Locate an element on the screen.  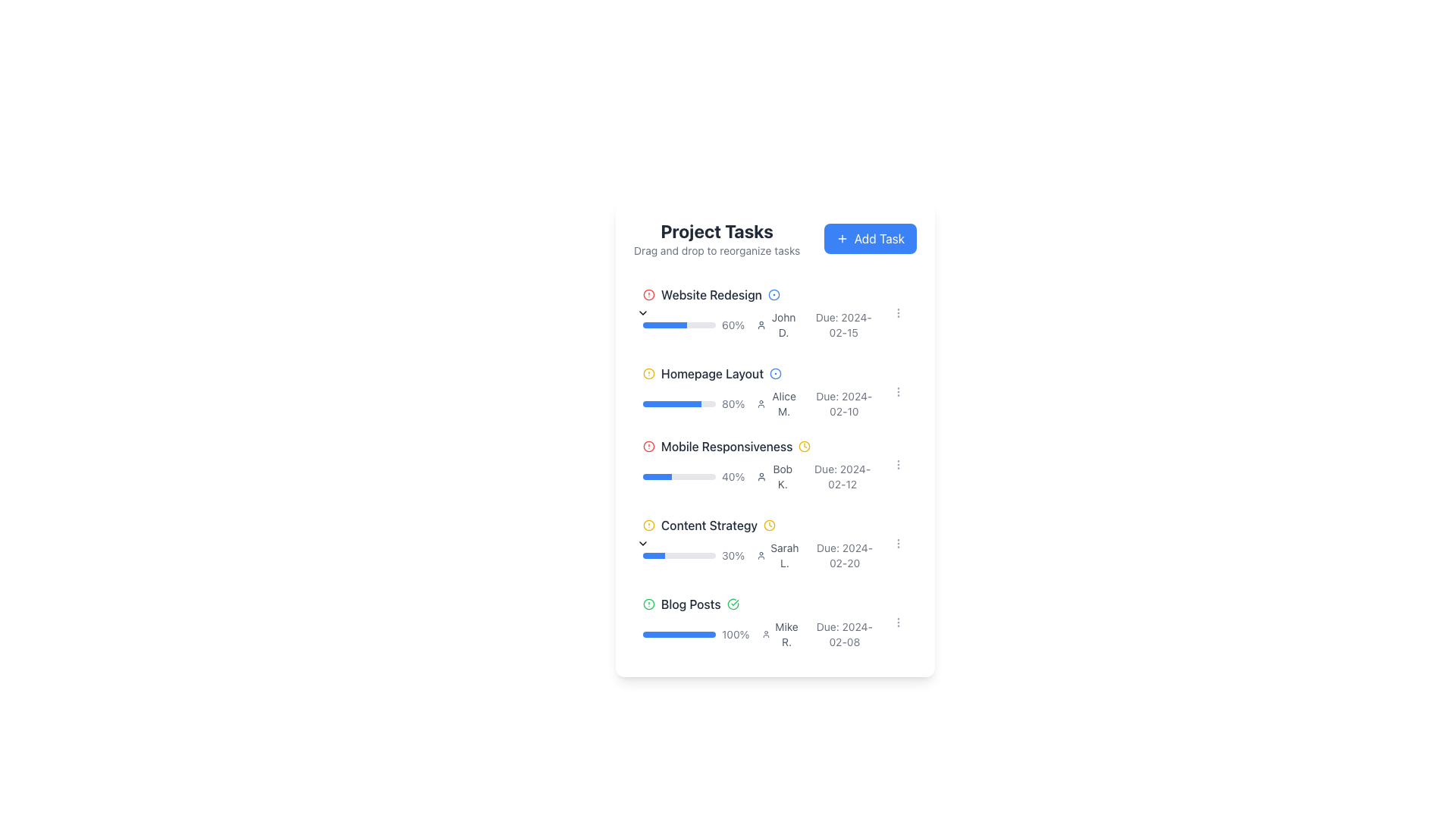
progress is located at coordinates (659, 475).